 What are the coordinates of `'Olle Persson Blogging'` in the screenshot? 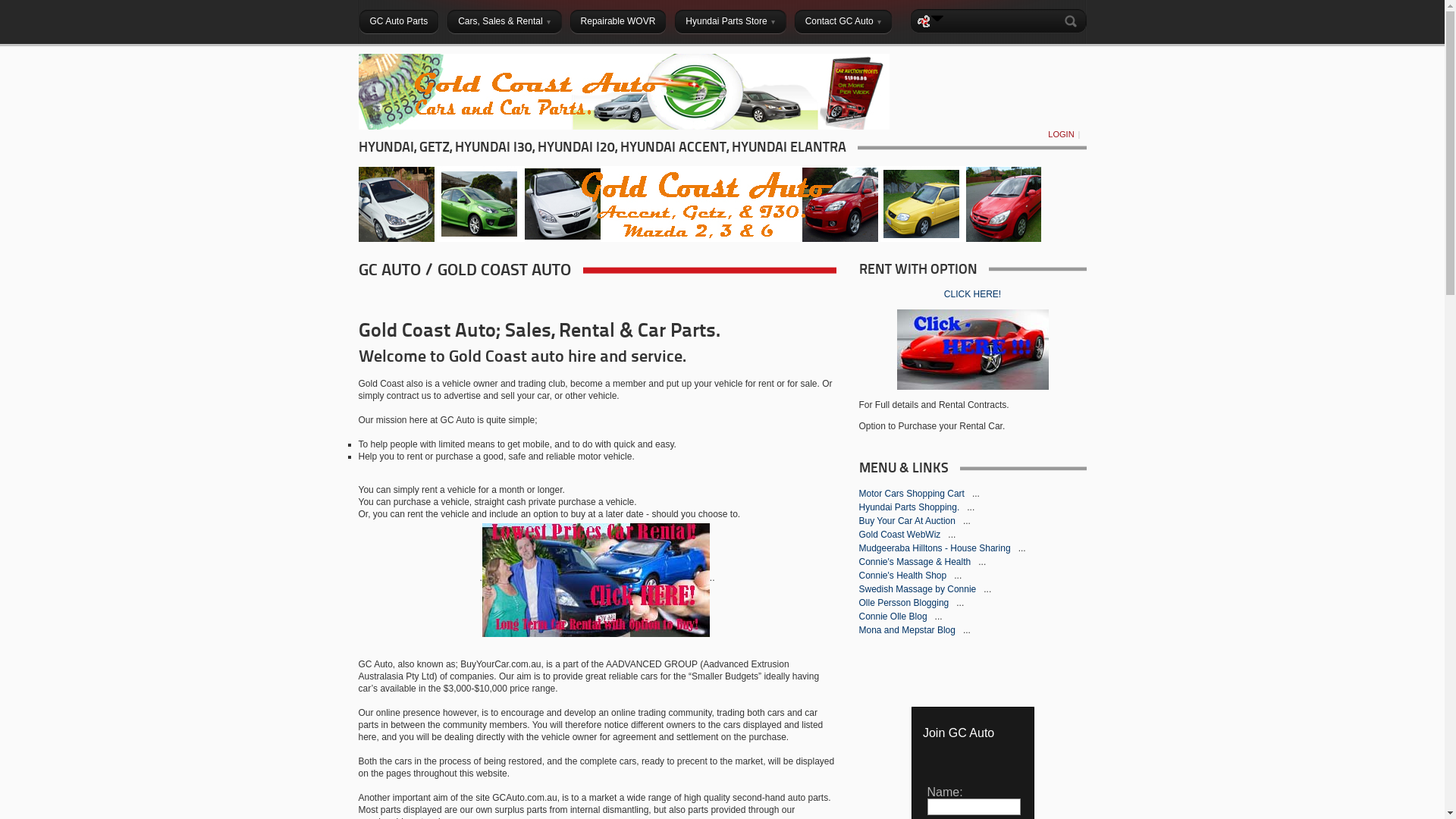 It's located at (905, 601).